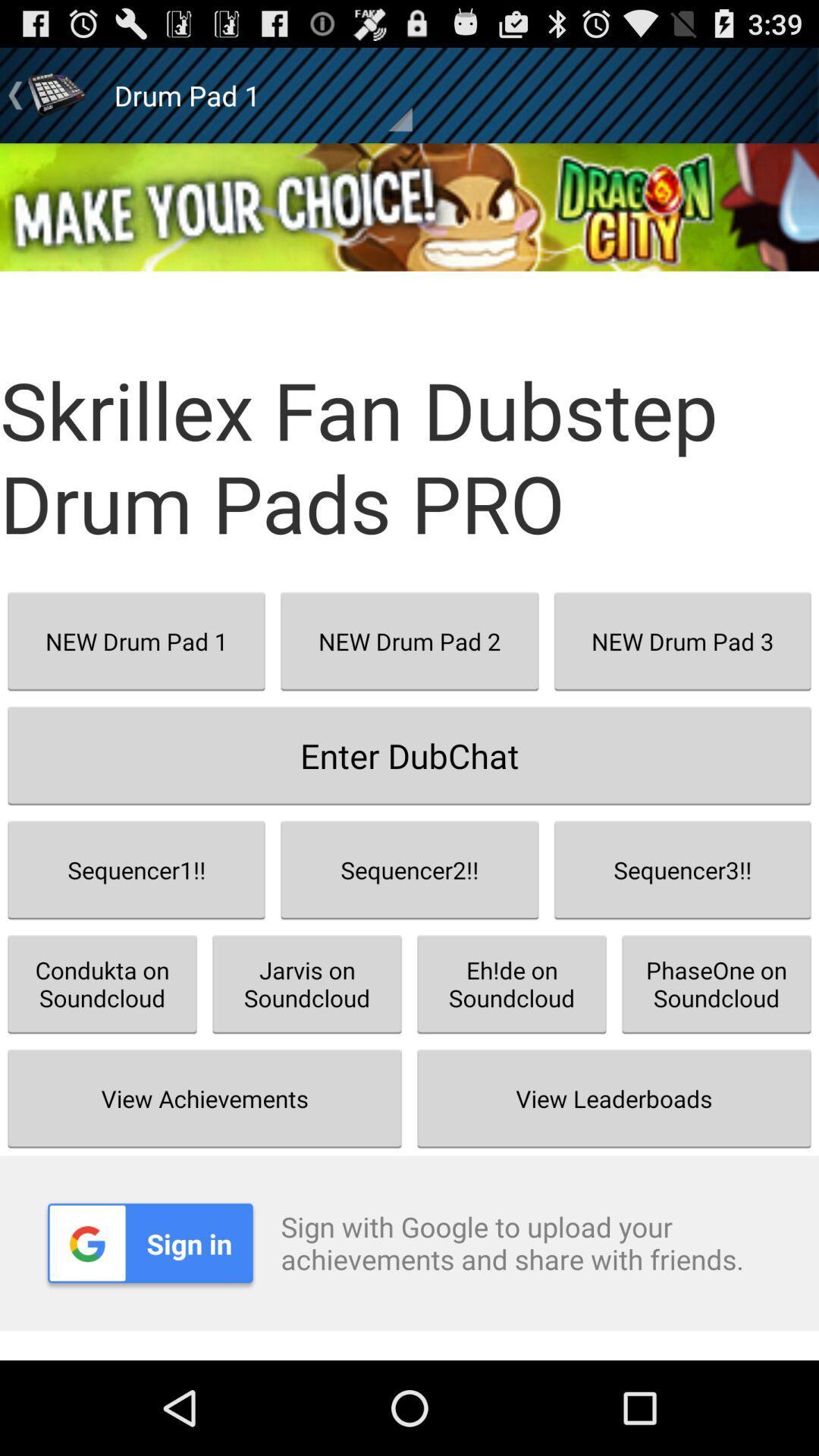 The image size is (819, 1456). Describe the element at coordinates (307, 984) in the screenshot. I see `icon above the view achievements button` at that location.